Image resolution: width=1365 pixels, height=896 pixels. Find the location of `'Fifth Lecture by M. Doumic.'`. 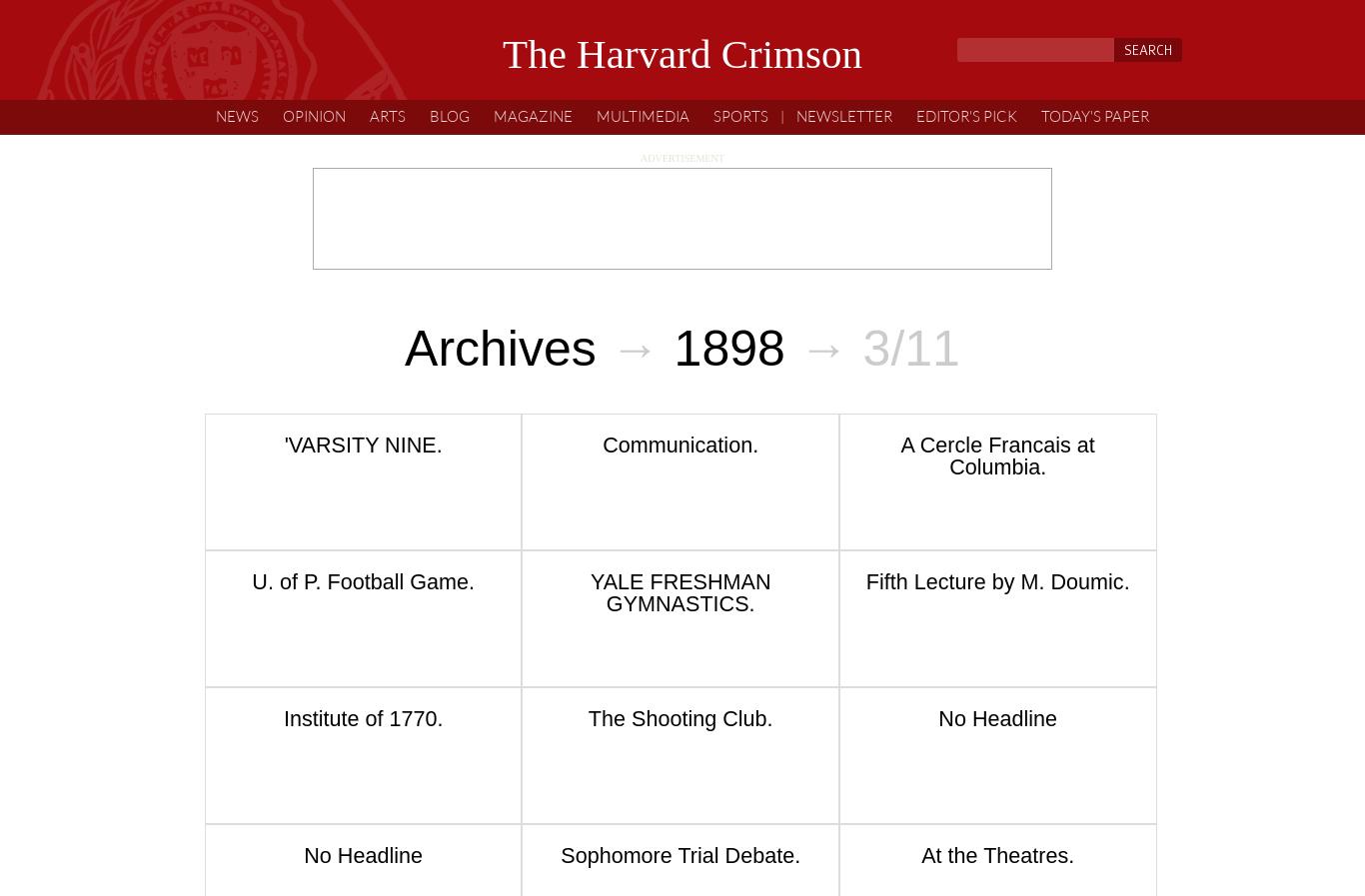

'Fifth Lecture by M. Doumic.' is located at coordinates (996, 581).